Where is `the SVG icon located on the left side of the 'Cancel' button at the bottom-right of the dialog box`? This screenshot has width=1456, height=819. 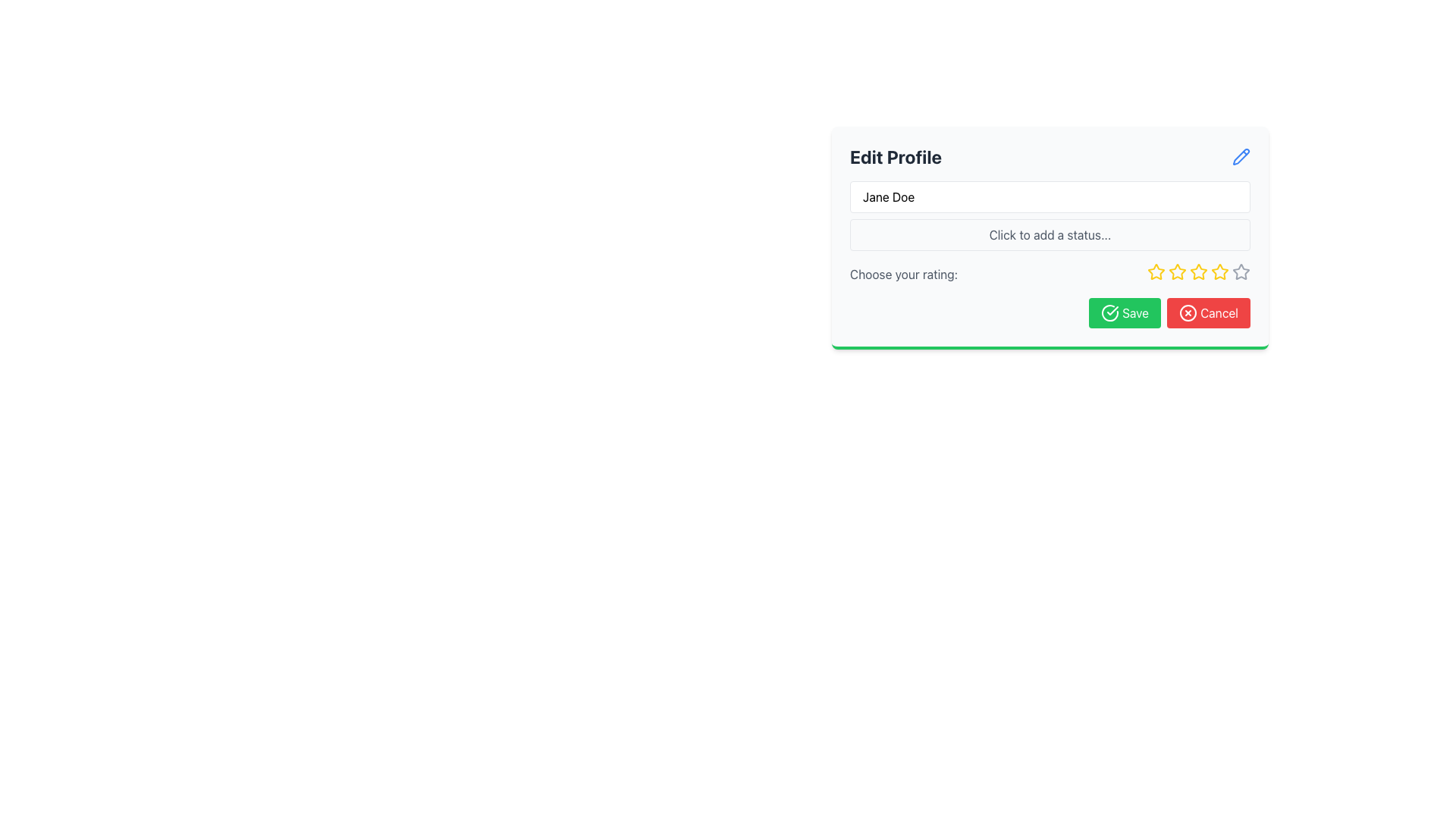 the SVG icon located on the left side of the 'Cancel' button at the bottom-right of the dialog box is located at coordinates (1188, 312).